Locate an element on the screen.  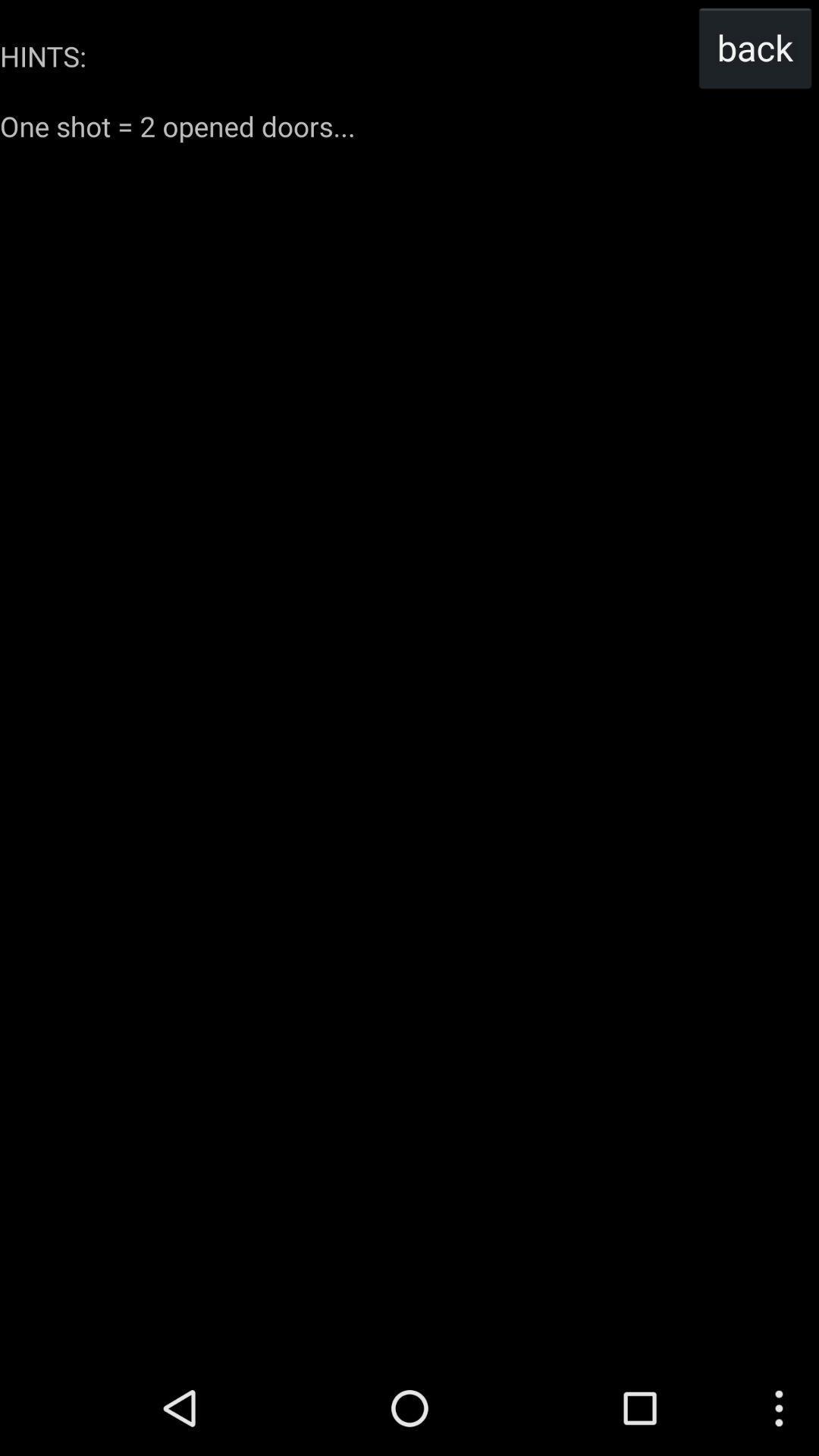
the back button is located at coordinates (755, 47).